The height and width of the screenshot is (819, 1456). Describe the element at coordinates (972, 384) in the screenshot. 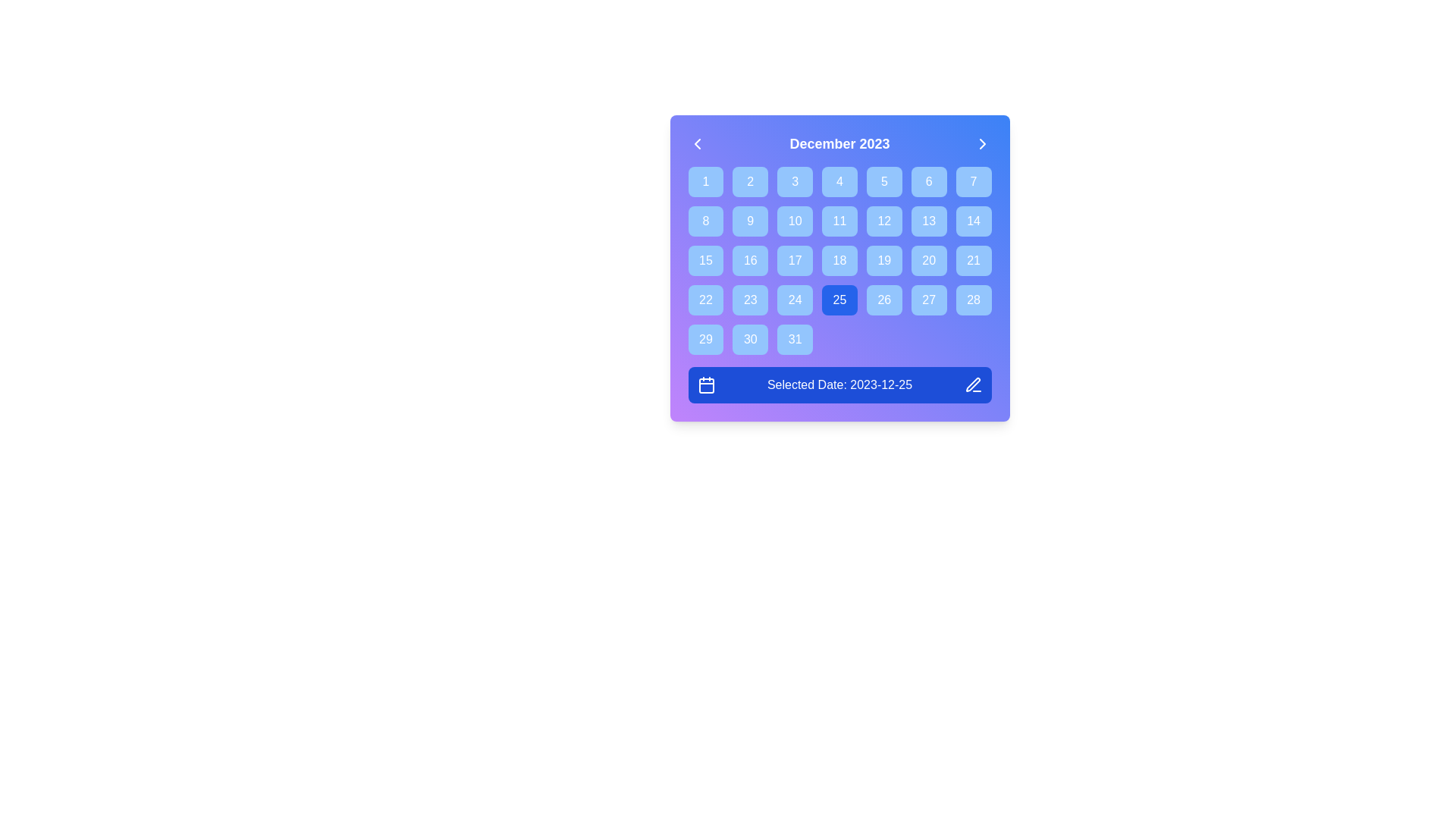

I see `the pen-like icon located in the small square button at the bottom-right corner of the calendar widget` at that location.